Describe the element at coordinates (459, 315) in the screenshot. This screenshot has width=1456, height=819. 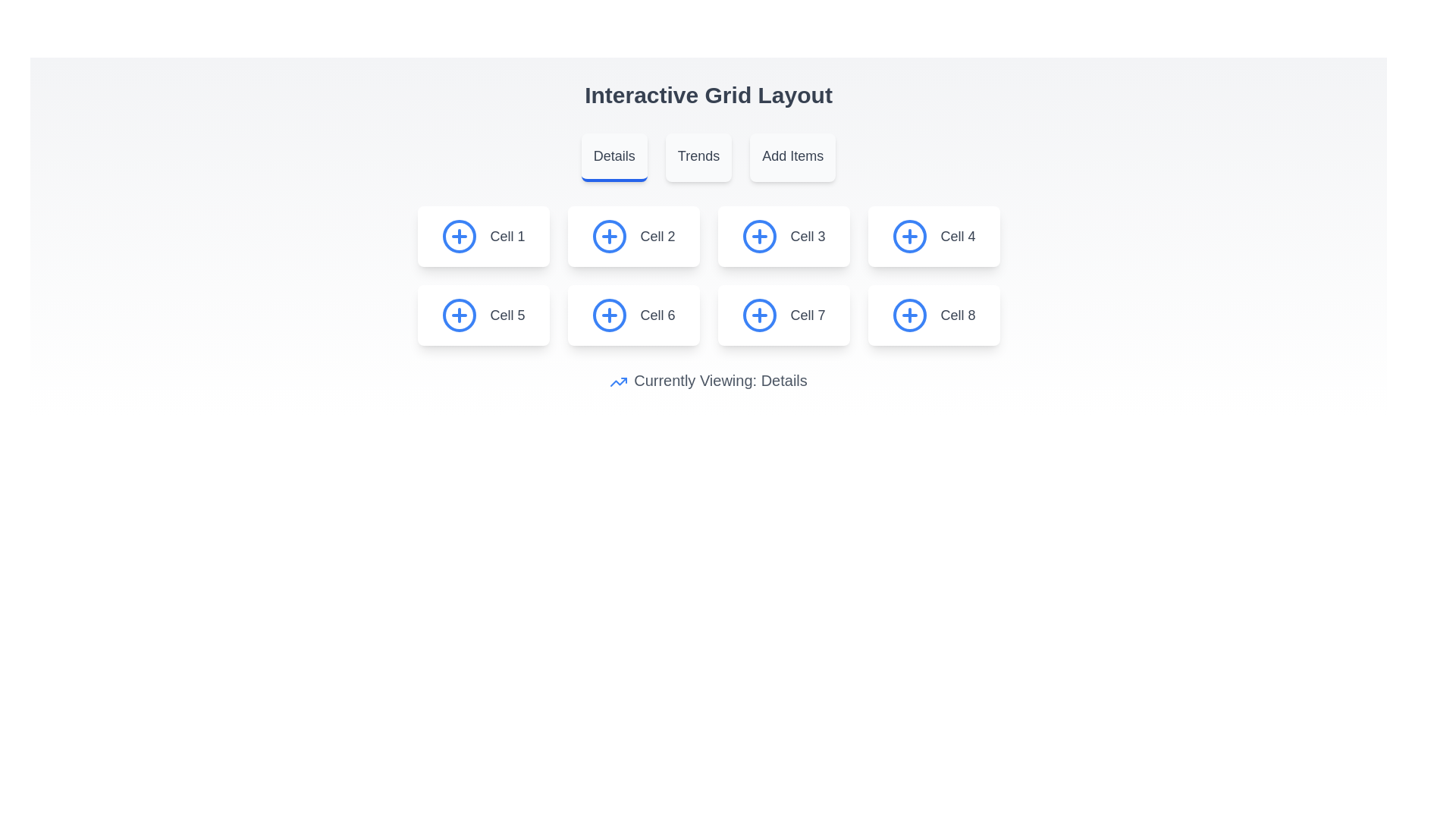
I see `the circular SVG element with a blue outline and a solid blue '+' icon, located at the center of the button labeled 'Cell 5'` at that location.